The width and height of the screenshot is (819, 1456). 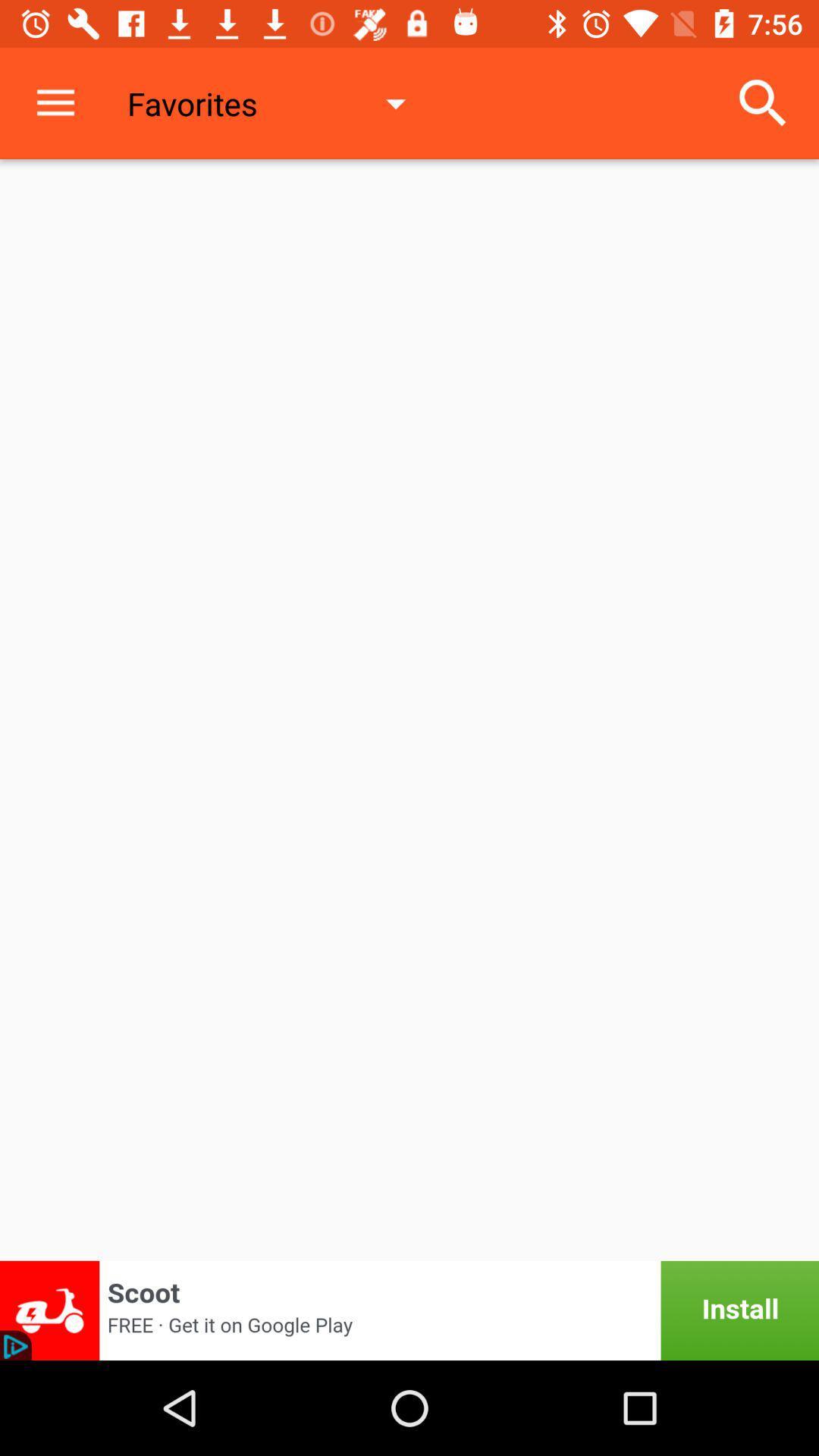 What do you see at coordinates (409, 1310) in the screenshot?
I see `the advertisement` at bounding box center [409, 1310].